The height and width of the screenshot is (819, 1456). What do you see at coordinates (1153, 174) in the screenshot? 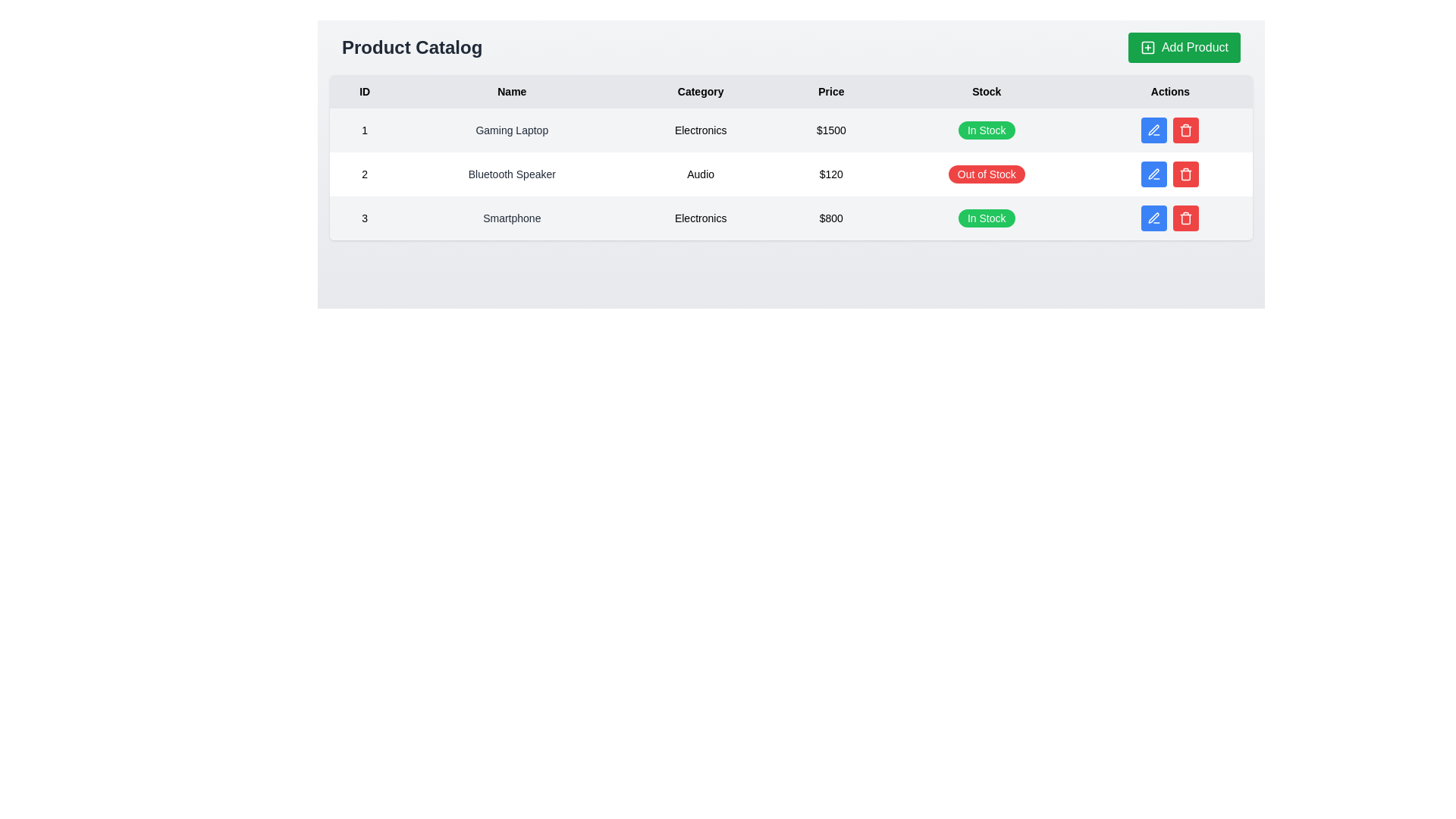
I see `the pen icon inside the 'Actions' column for the 'Bluetooth Speaker' product` at bounding box center [1153, 174].